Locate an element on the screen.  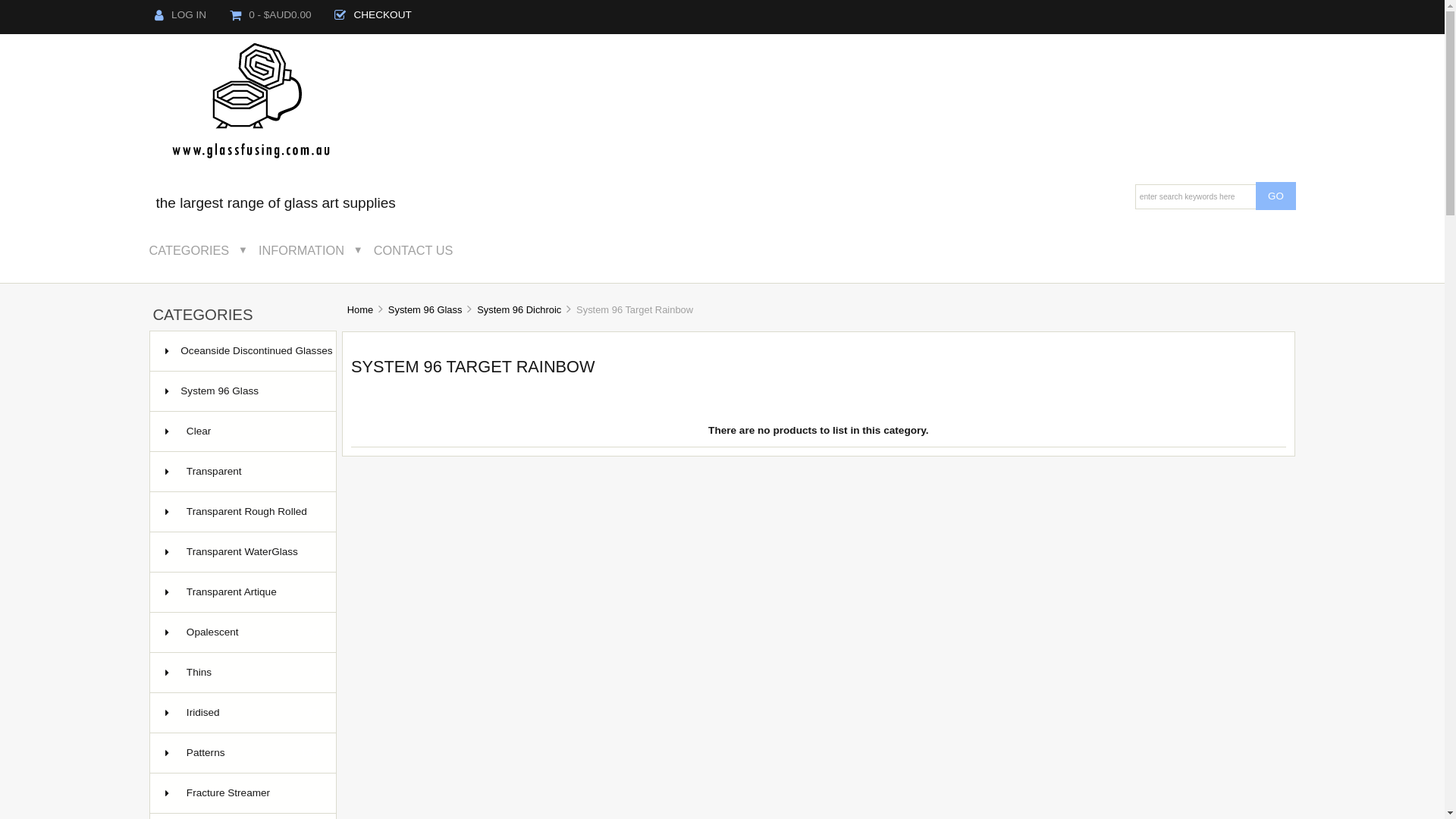
'  Fracture Streamer is located at coordinates (243, 792).